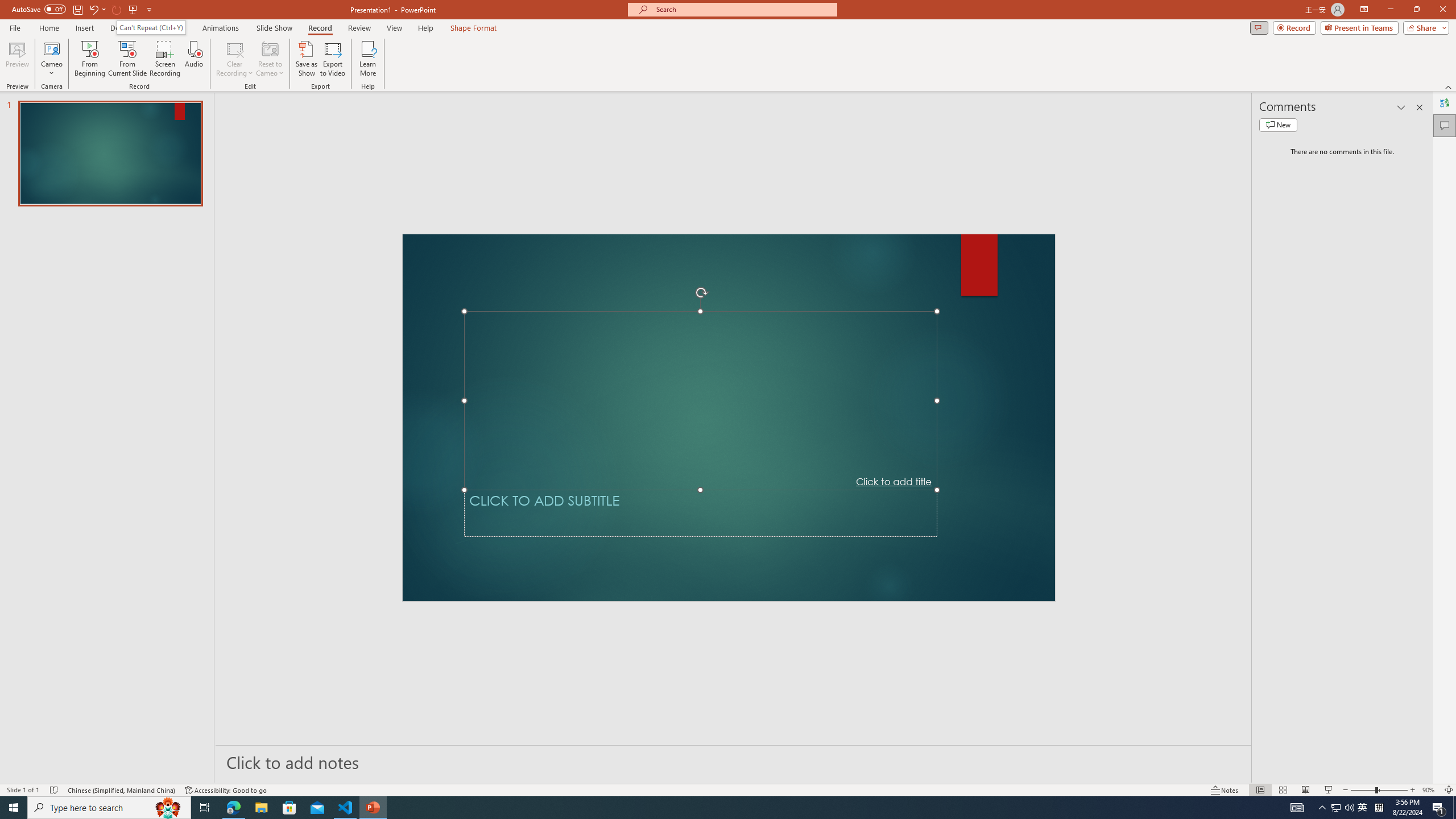  I want to click on 'Save as Show', so click(306, 59).